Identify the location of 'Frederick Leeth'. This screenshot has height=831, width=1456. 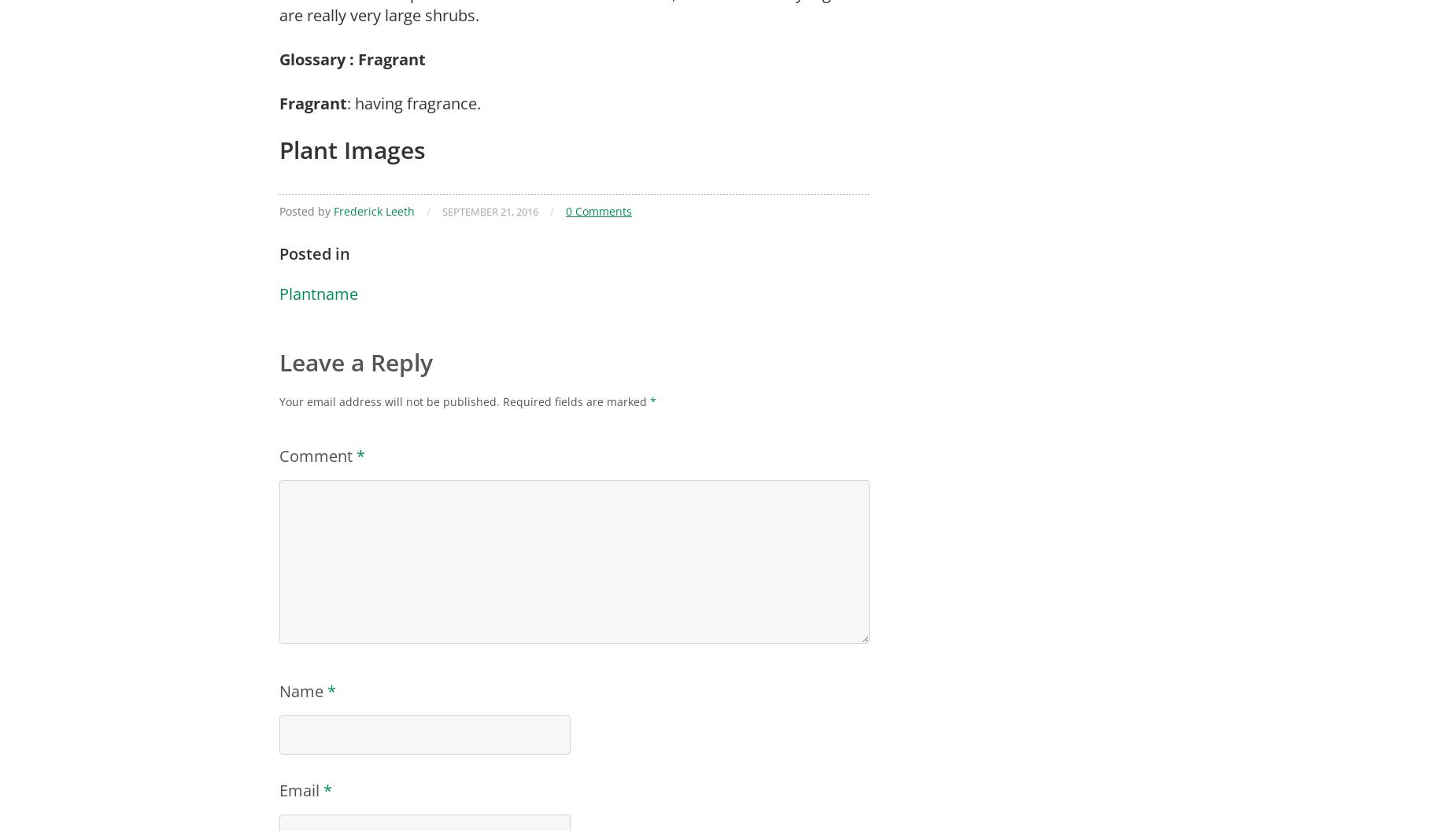
(333, 210).